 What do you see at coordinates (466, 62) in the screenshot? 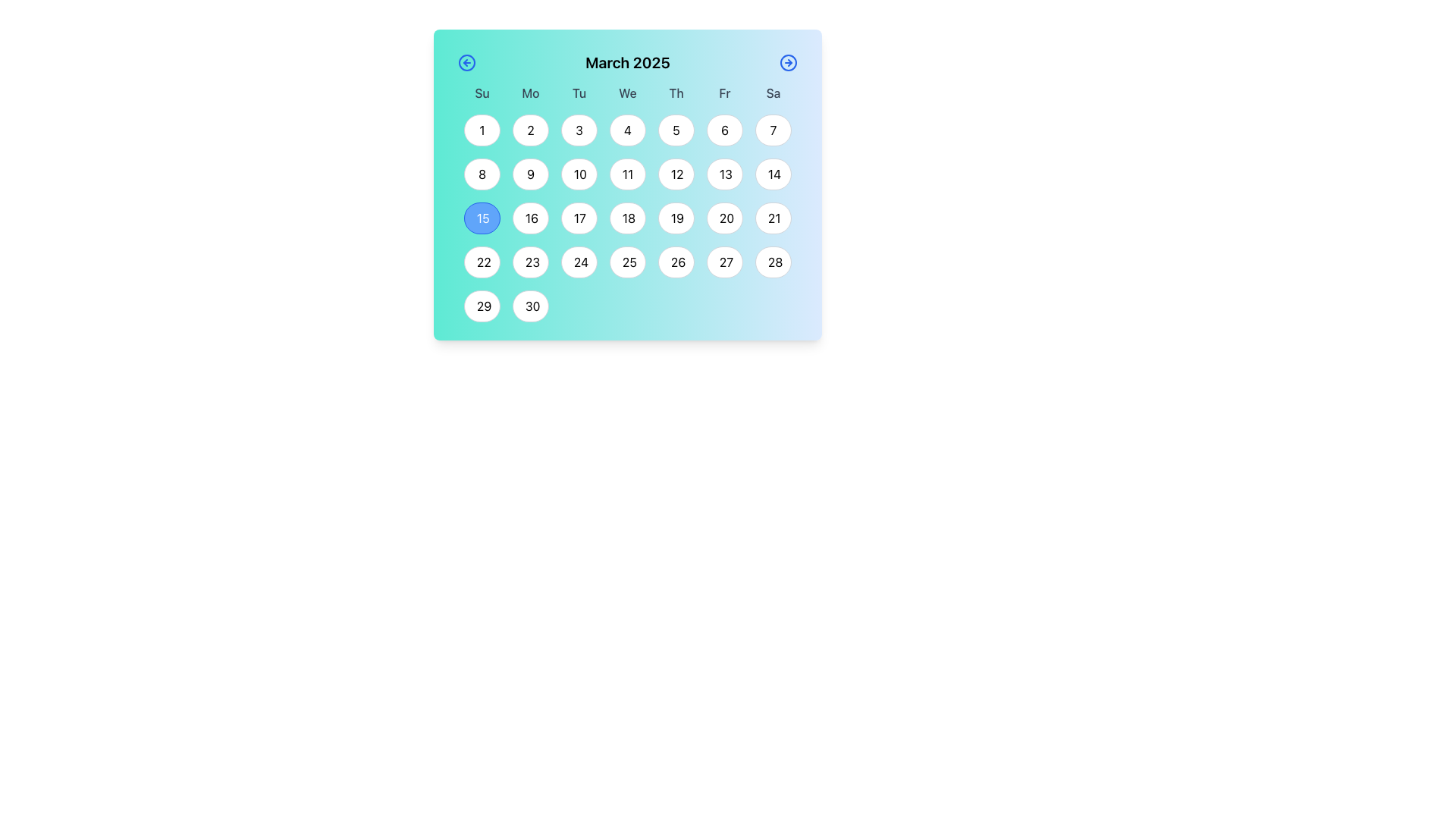
I see `the blue circular icon with a left-pointing arrow in the upper-left corner of the calendar interface` at bounding box center [466, 62].